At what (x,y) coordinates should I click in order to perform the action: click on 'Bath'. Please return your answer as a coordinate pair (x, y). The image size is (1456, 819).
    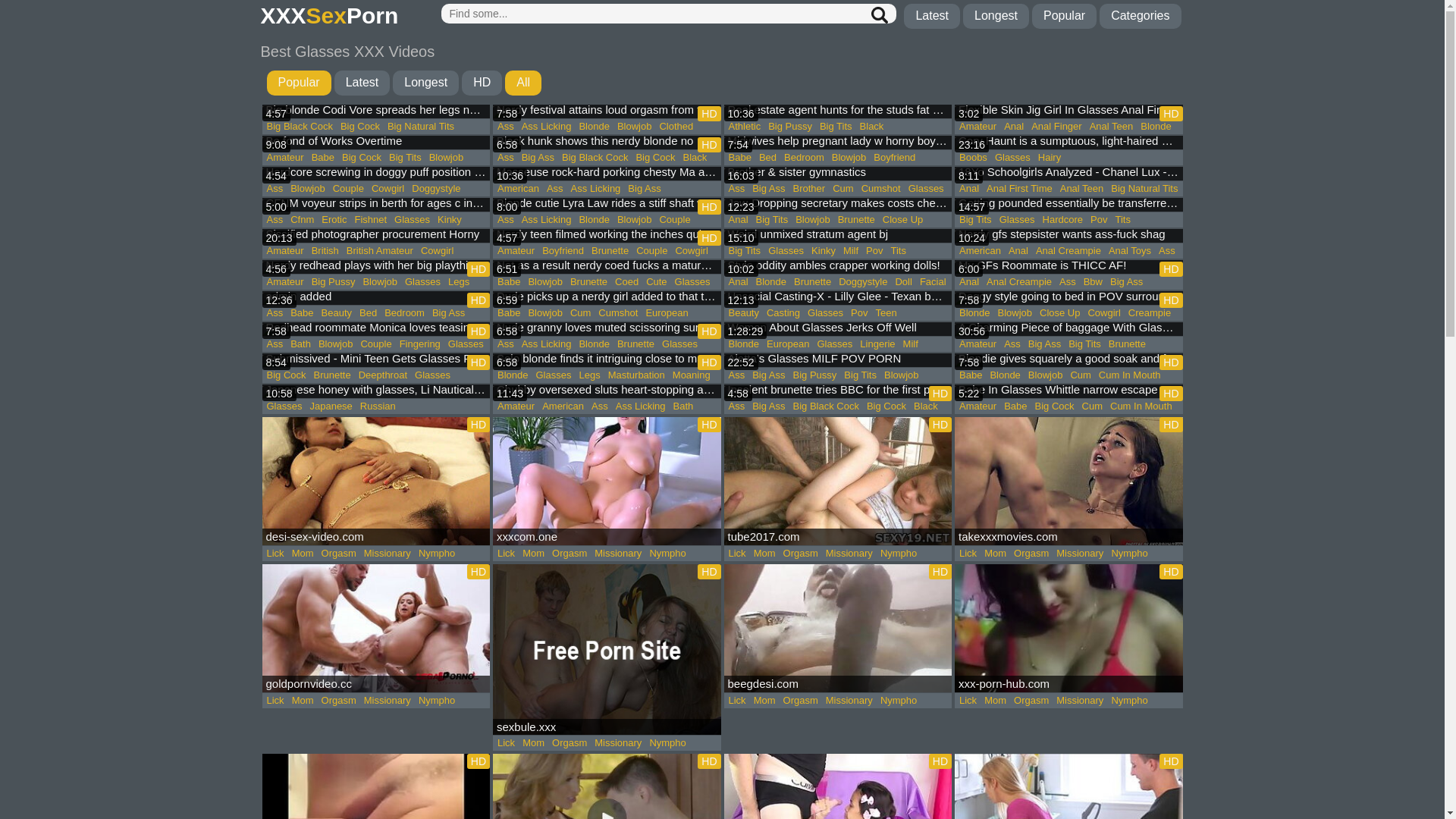
    Looking at the image, I should click on (682, 406).